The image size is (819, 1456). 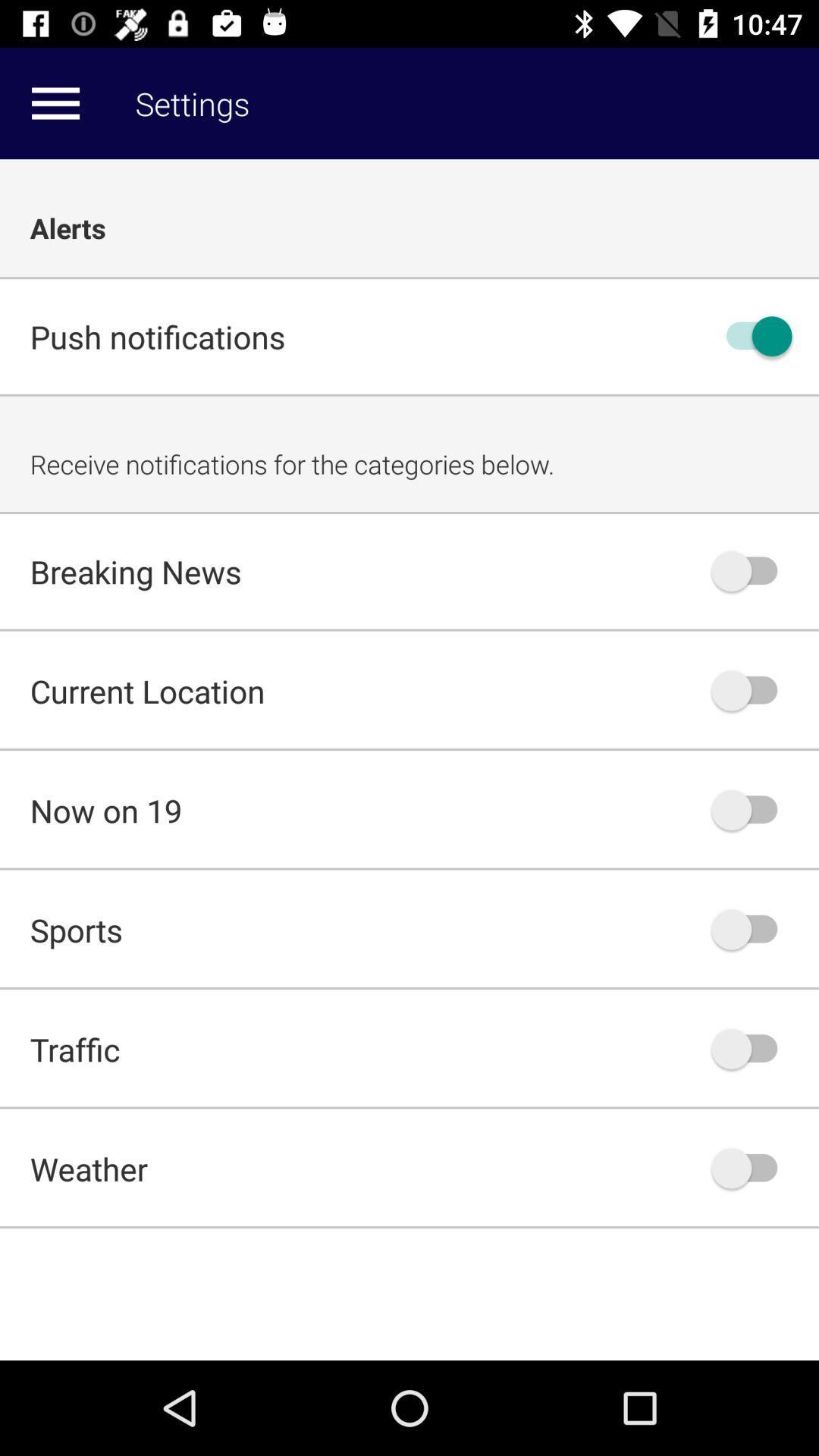 I want to click on off, so click(x=752, y=928).